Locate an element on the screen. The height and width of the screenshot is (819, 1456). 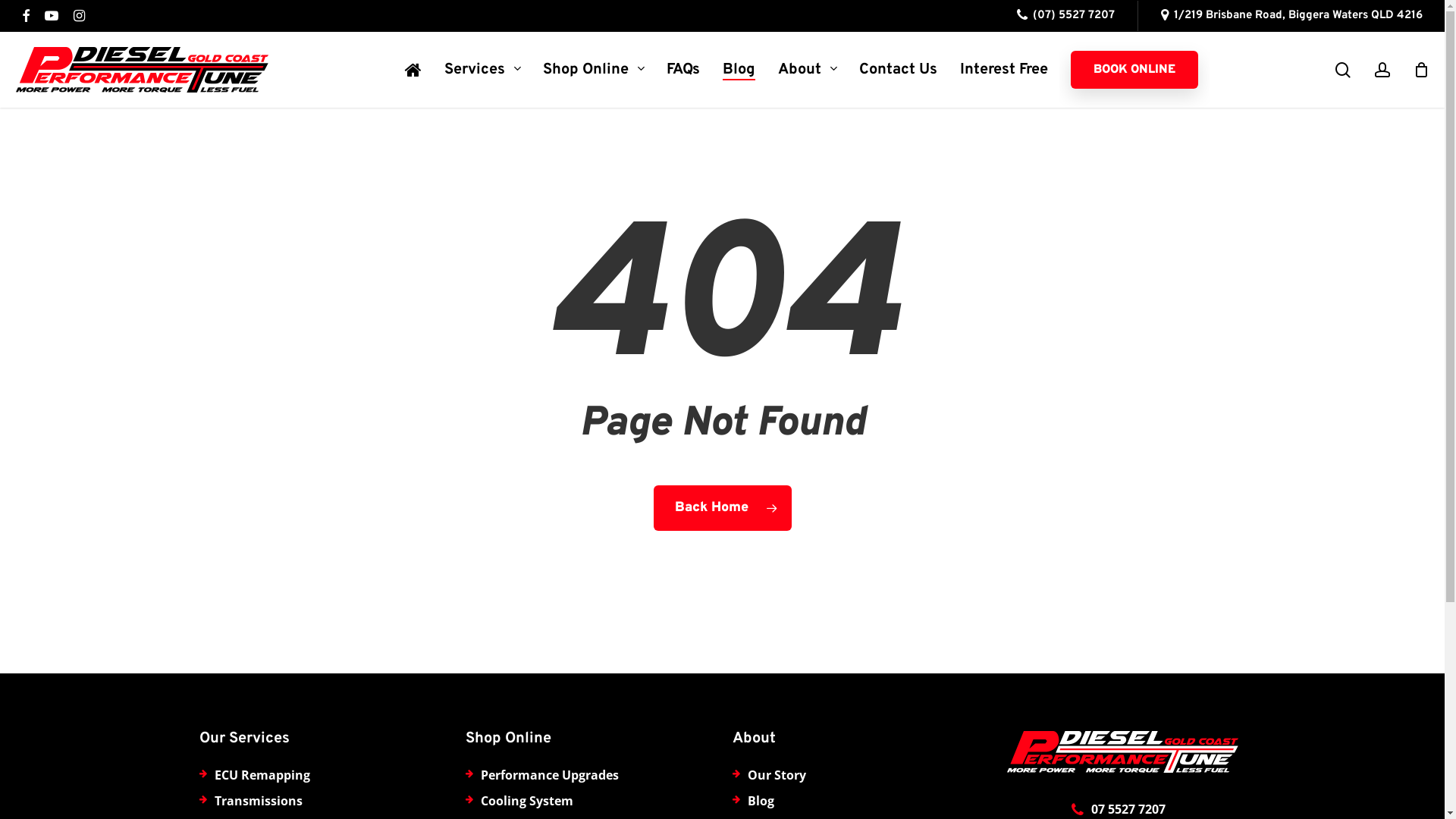
'Performance Upgrades' is located at coordinates (548, 775).